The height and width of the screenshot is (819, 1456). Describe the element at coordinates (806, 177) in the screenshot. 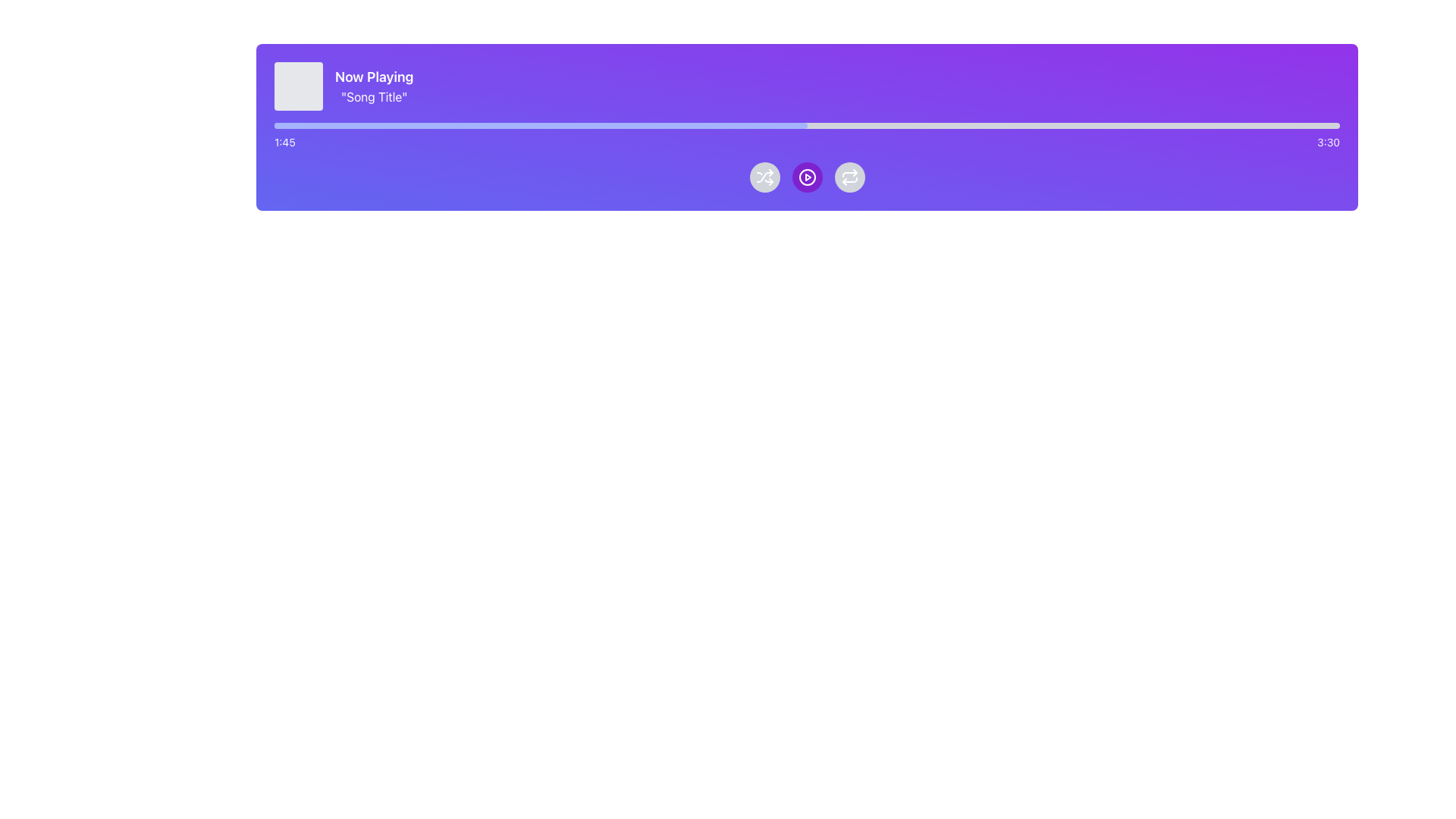

I see `the middle circular play button with a purple background and a white triangle symbol` at that location.